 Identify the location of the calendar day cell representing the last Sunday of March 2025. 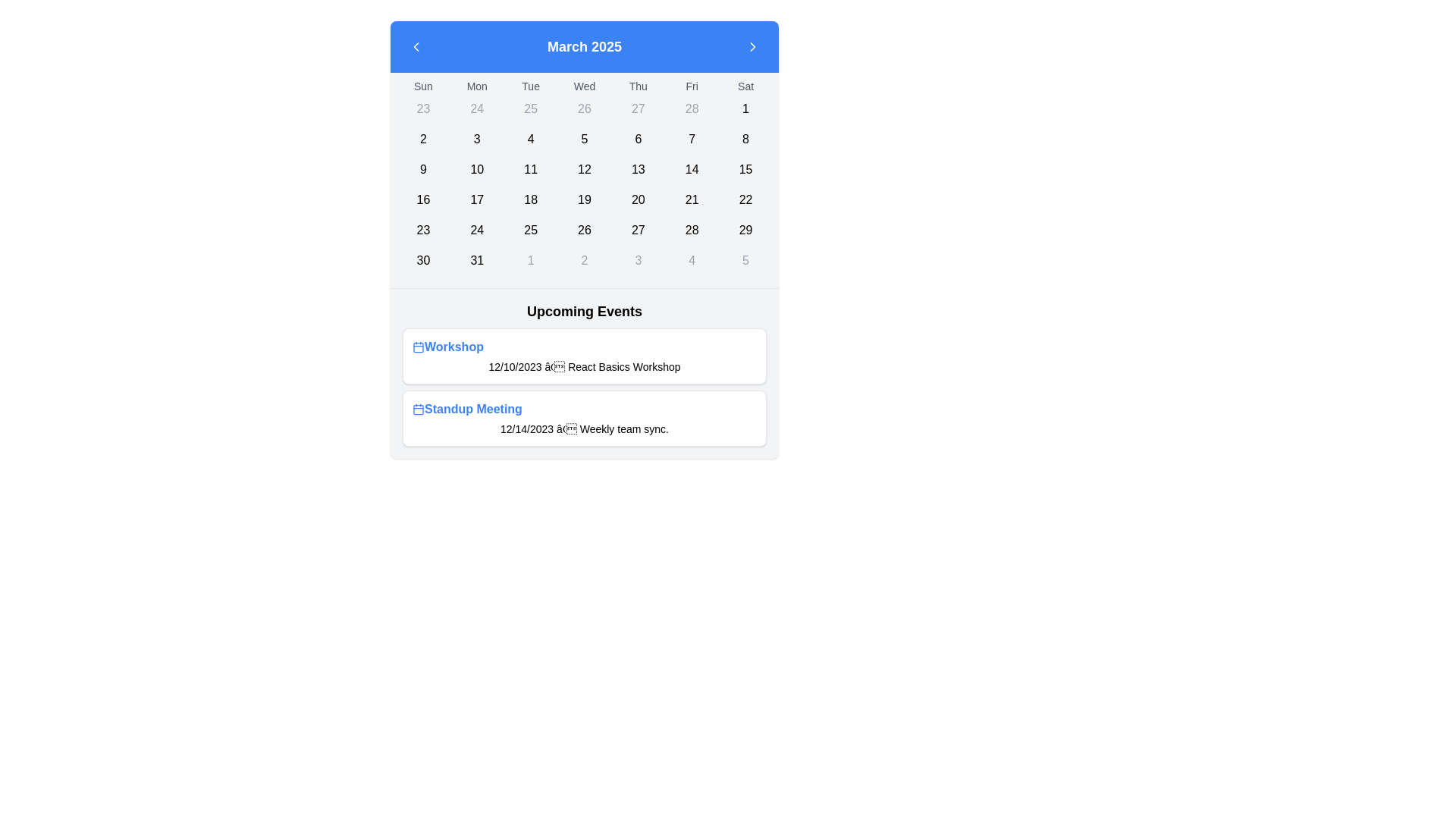
(423, 259).